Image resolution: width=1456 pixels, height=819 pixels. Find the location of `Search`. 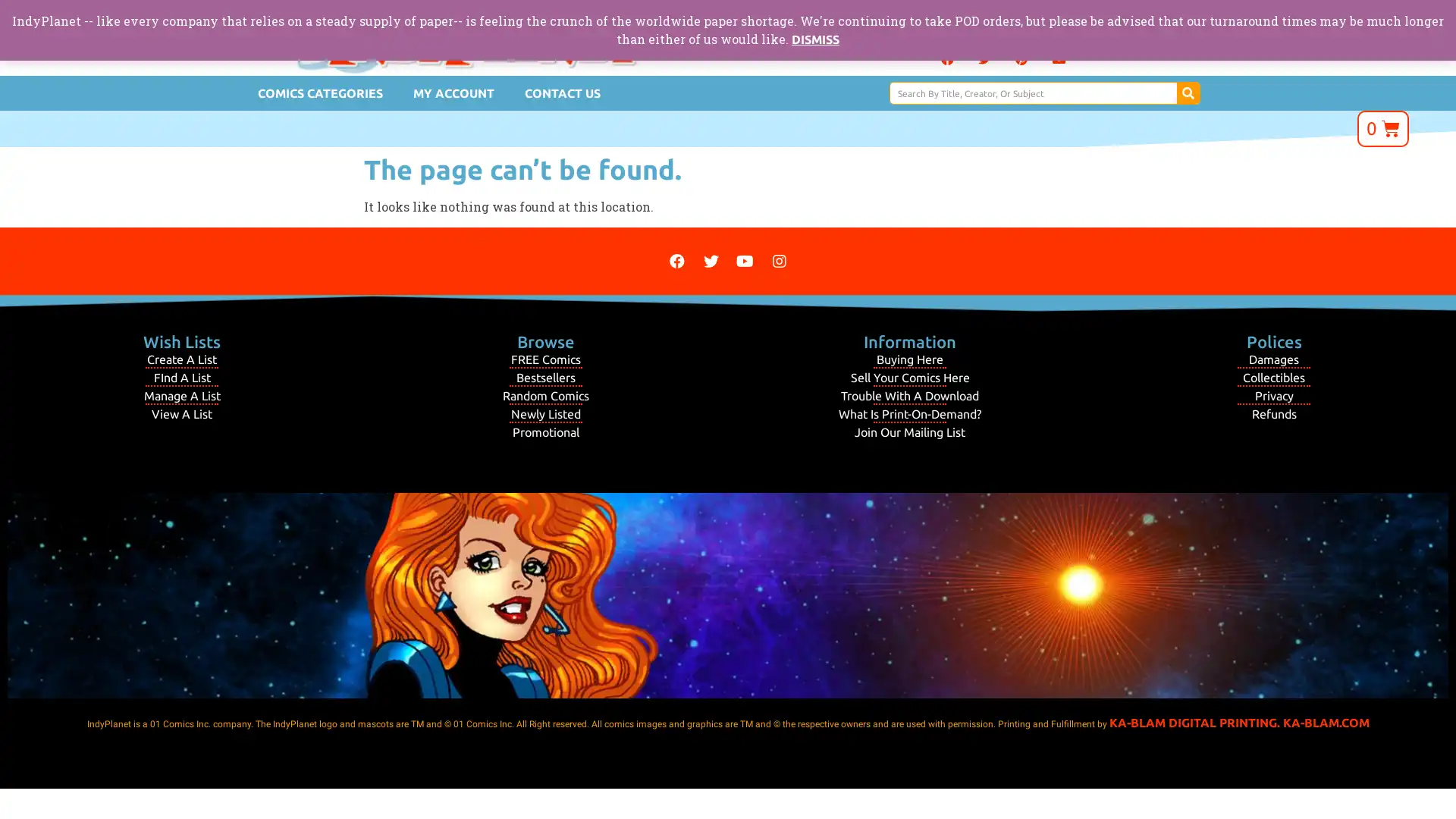

Search is located at coordinates (1187, 93).